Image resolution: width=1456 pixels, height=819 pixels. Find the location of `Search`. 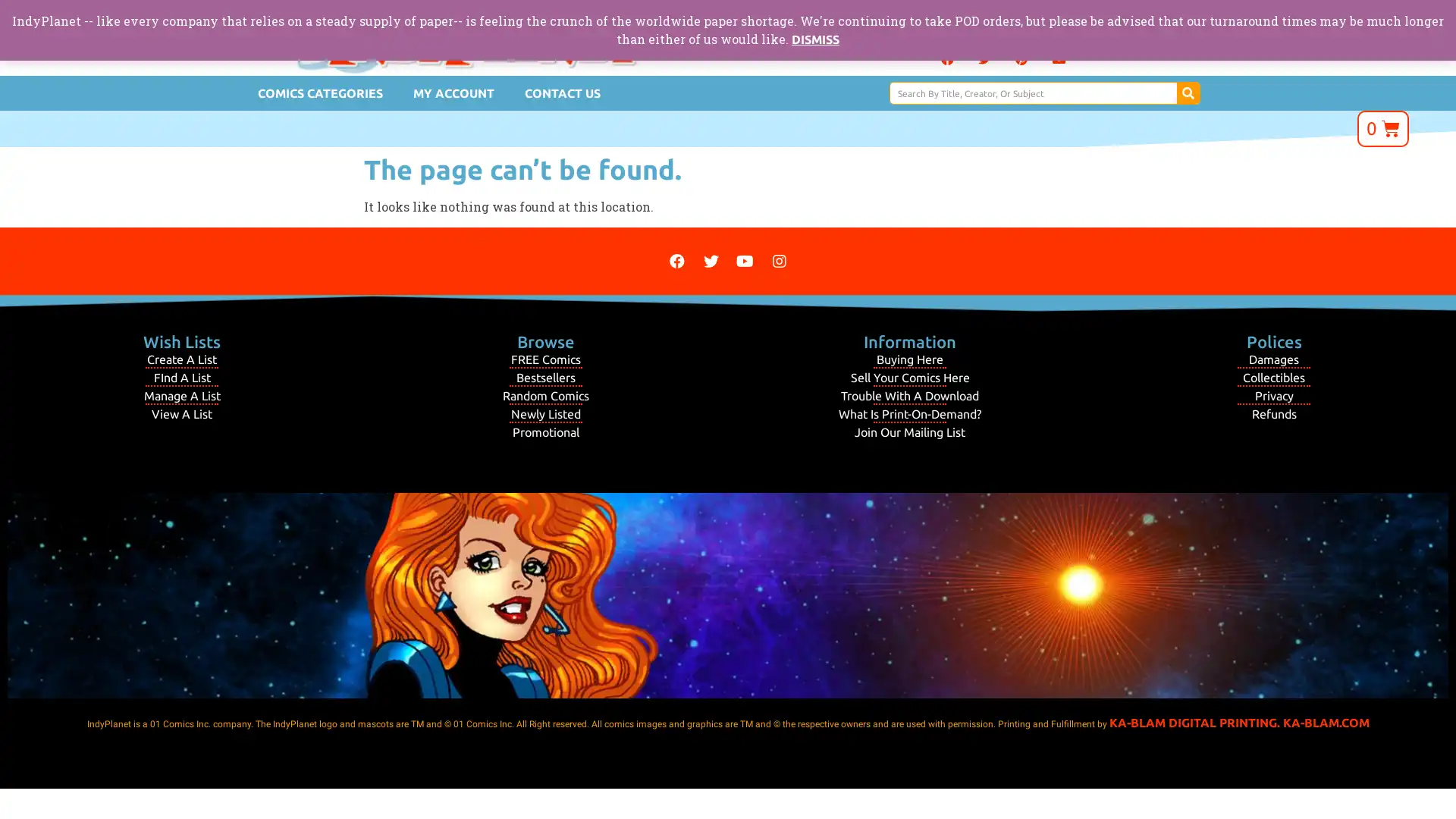

Search is located at coordinates (1187, 93).